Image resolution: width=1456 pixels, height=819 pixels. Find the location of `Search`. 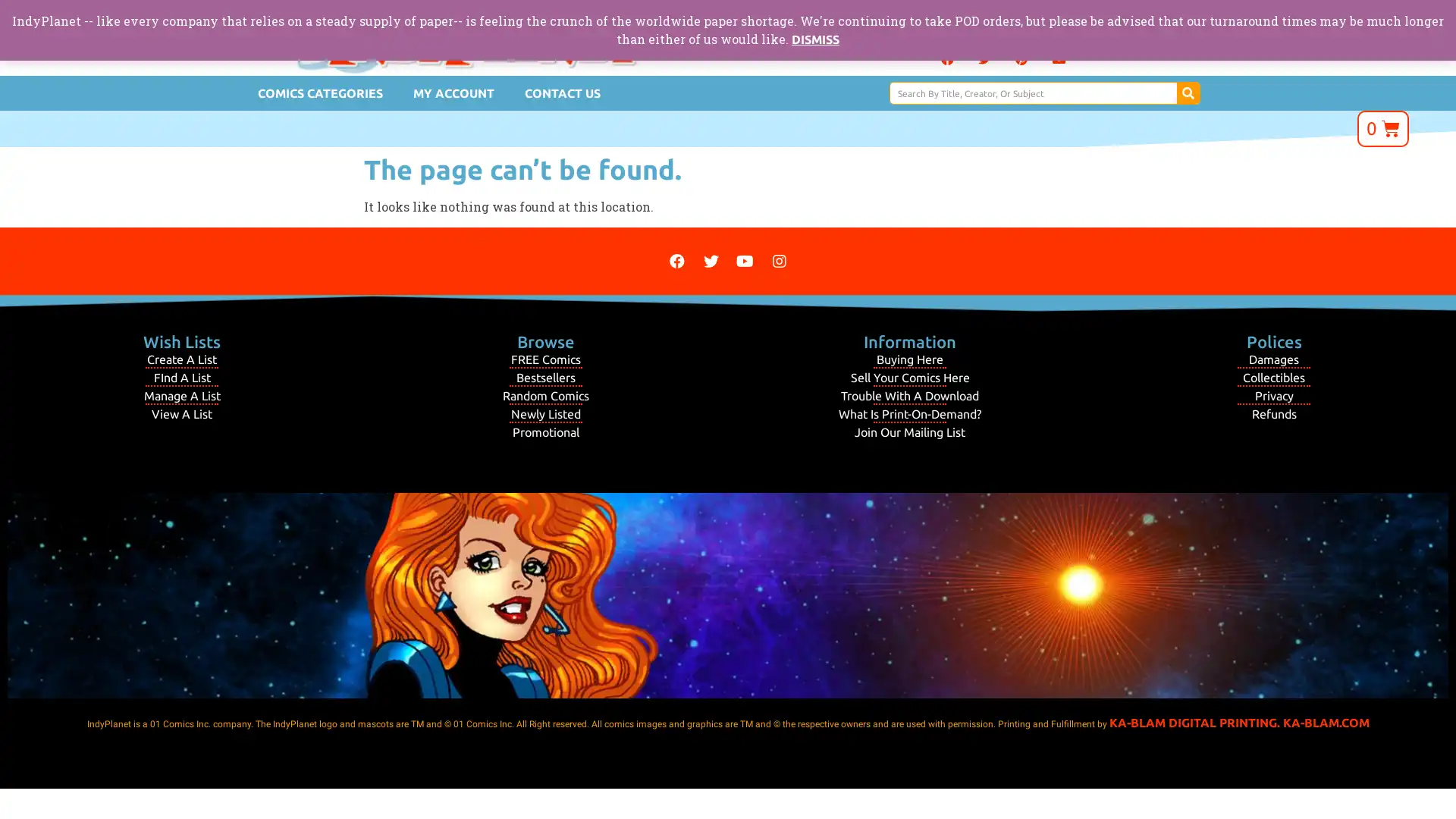

Search is located at coordinates (1187, 93).